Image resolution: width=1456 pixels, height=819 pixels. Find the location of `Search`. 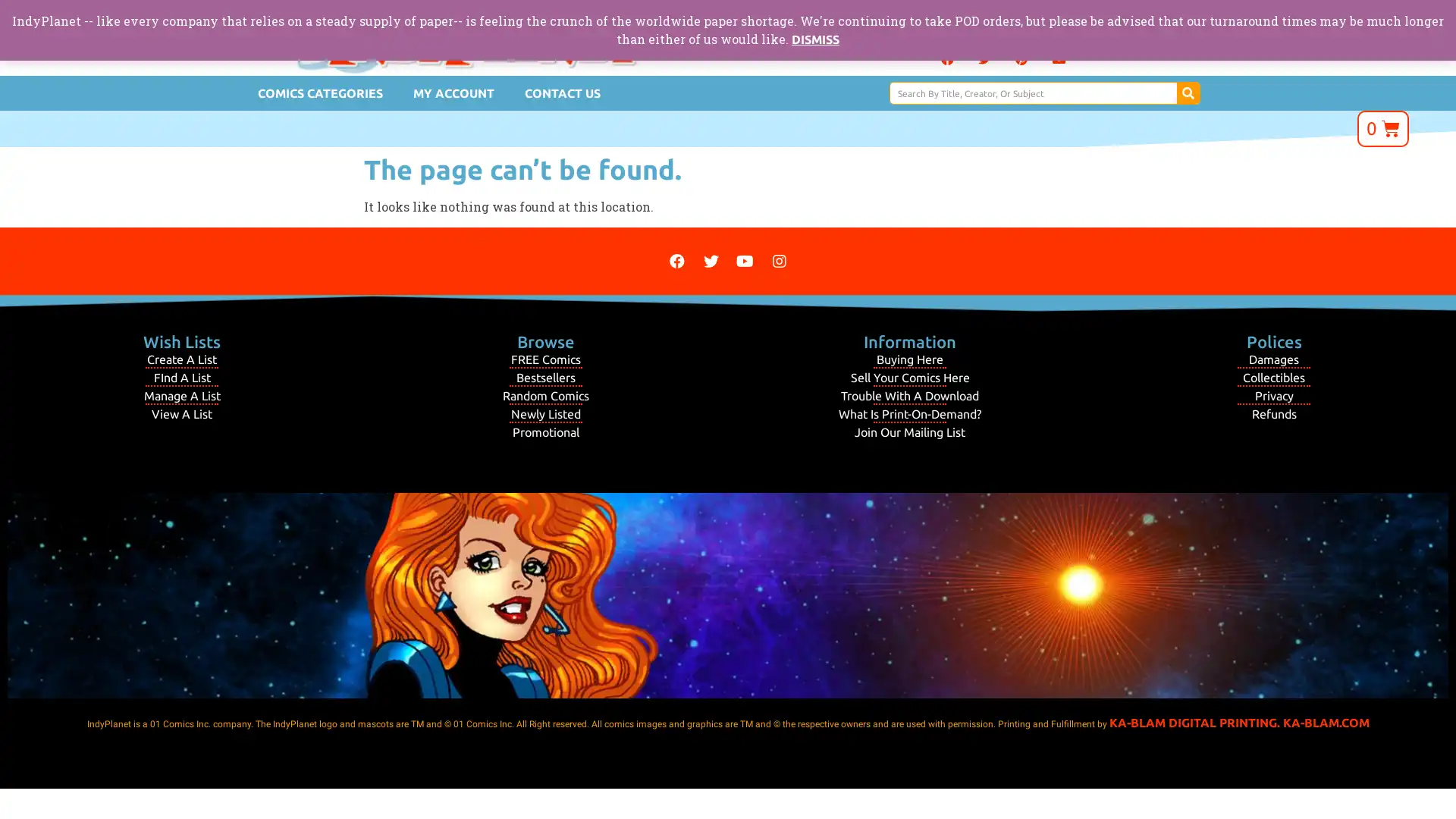

Search is located at coordinates (1187, 93).